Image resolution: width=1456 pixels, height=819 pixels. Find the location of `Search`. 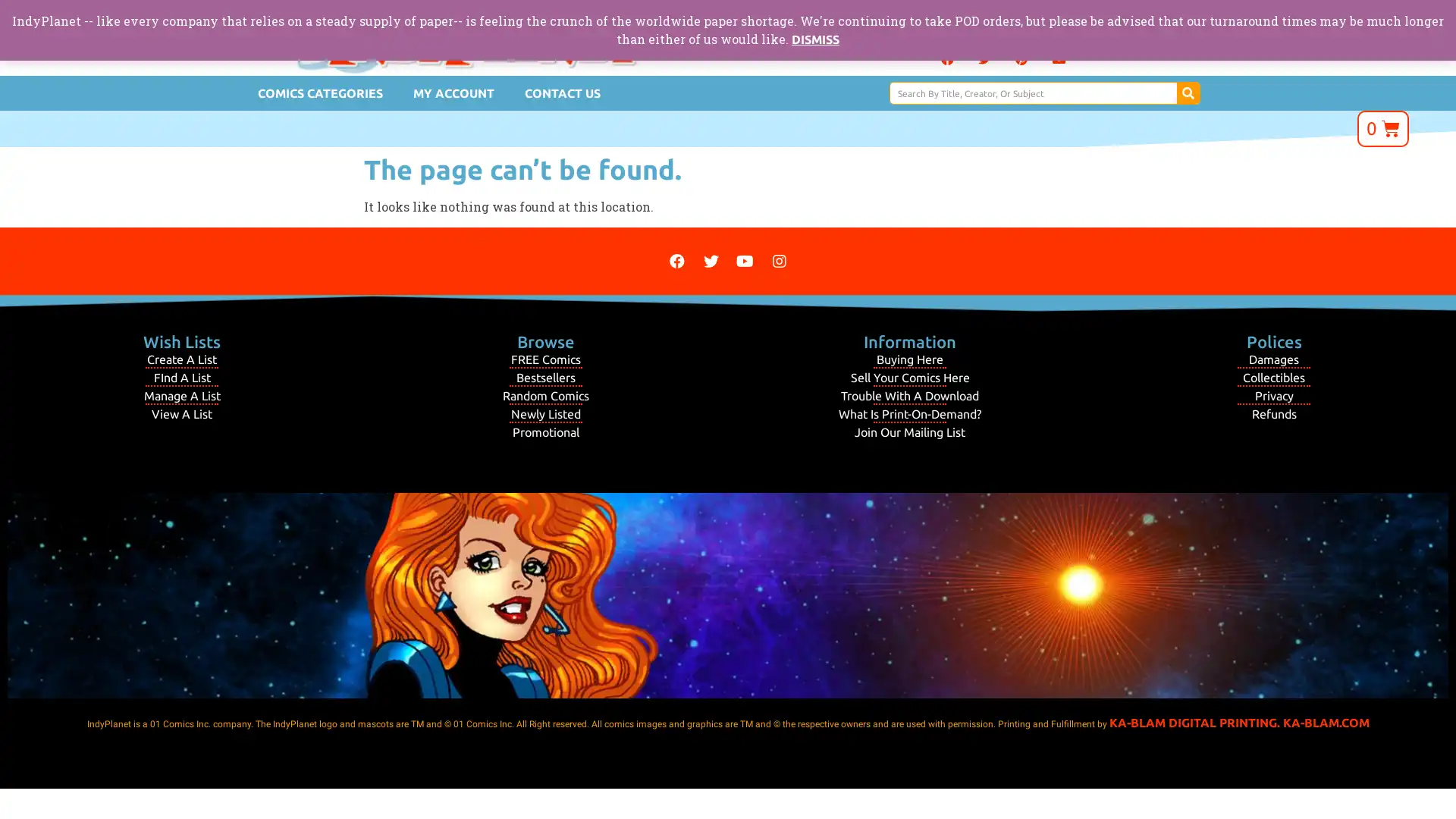

Search is located at coordinates (1187, 93).